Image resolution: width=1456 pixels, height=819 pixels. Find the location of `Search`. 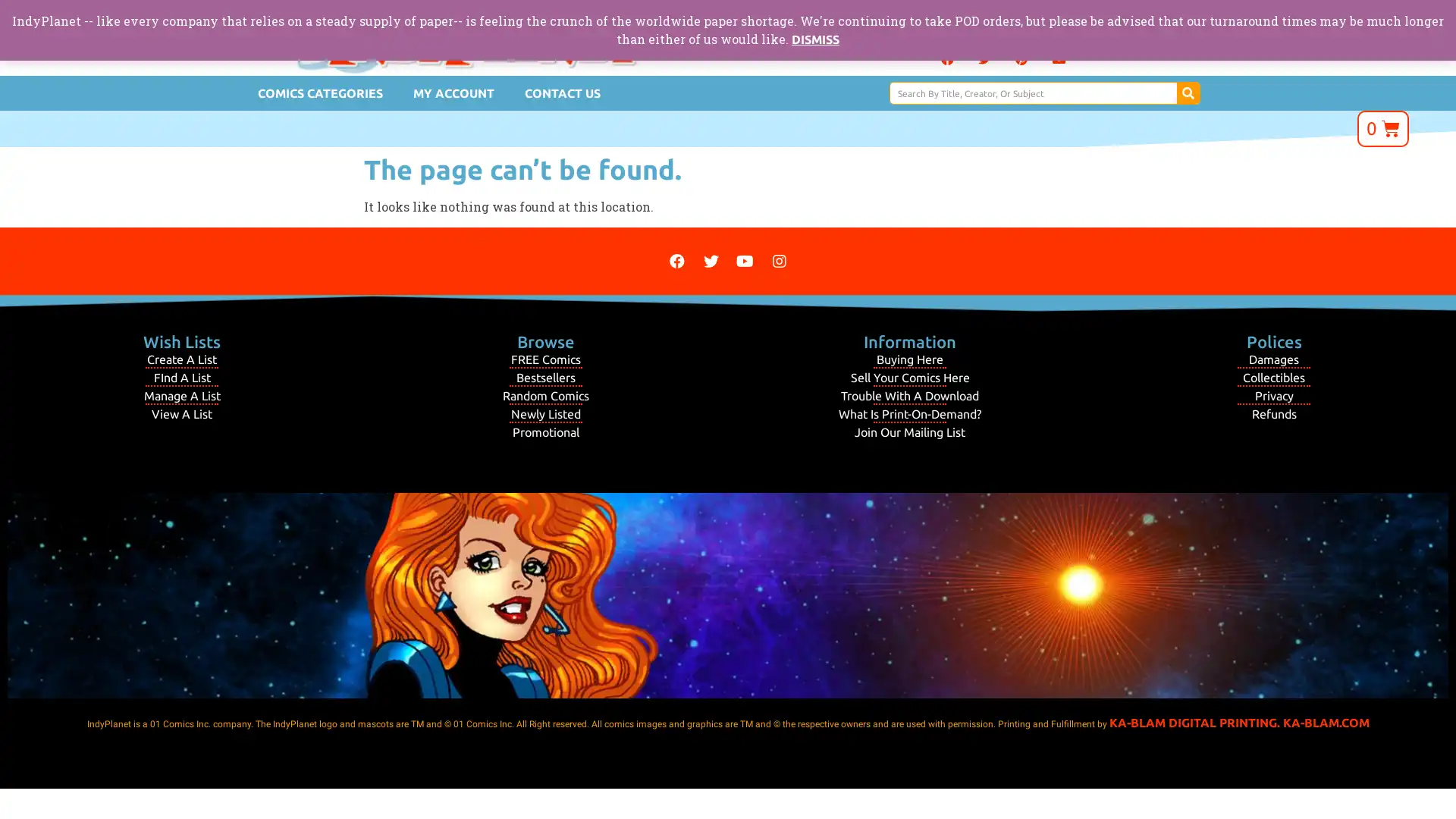

Search is located at coordinates (1187, 93).